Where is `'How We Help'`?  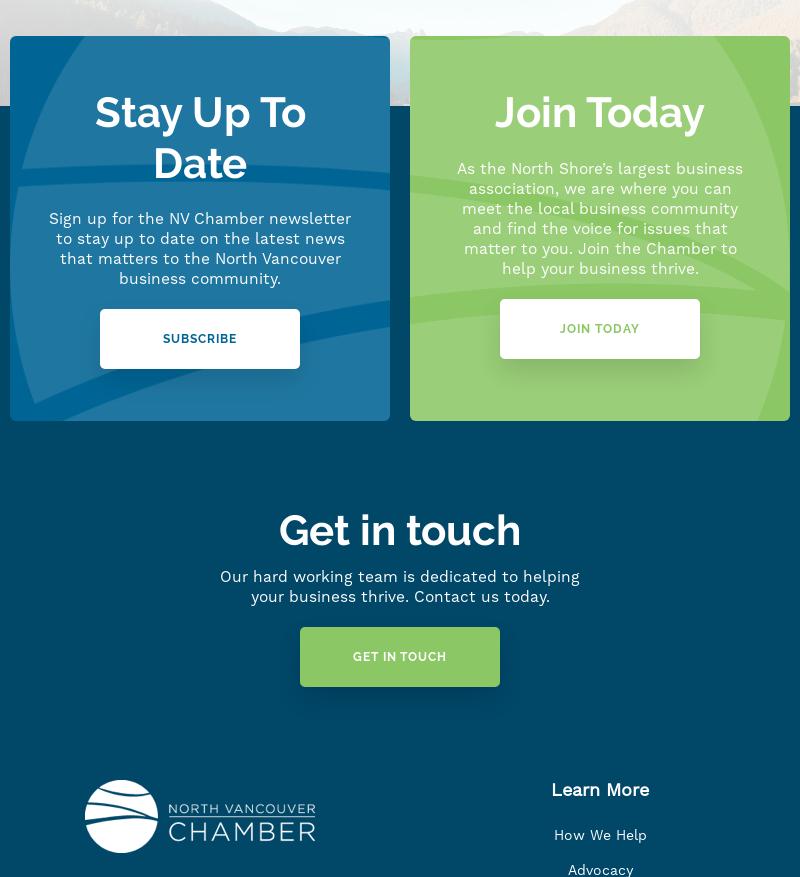 'How We Help' is located at coordinates (598, 834).